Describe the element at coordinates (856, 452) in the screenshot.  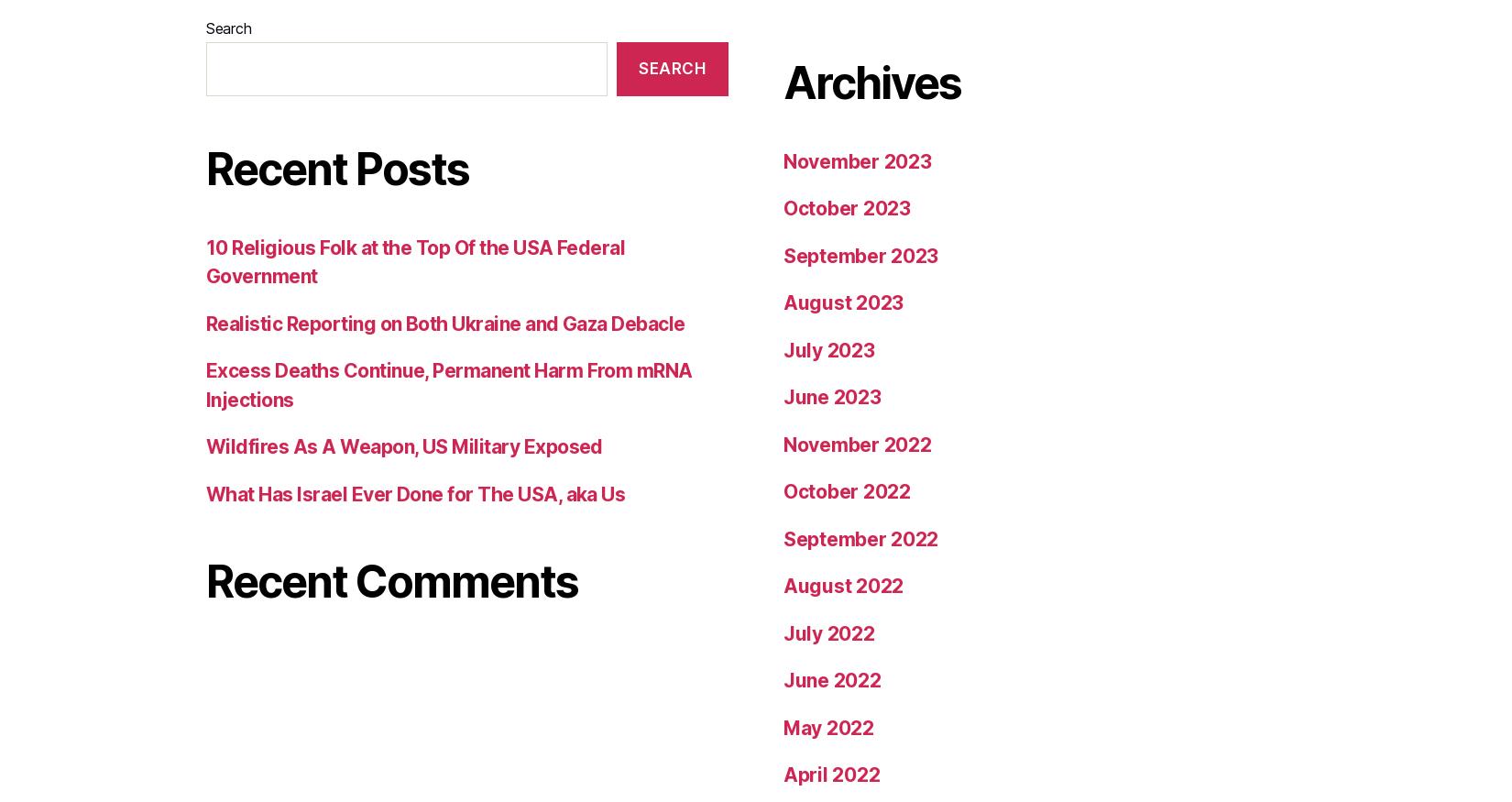
I see `'November 2021'` at that location.